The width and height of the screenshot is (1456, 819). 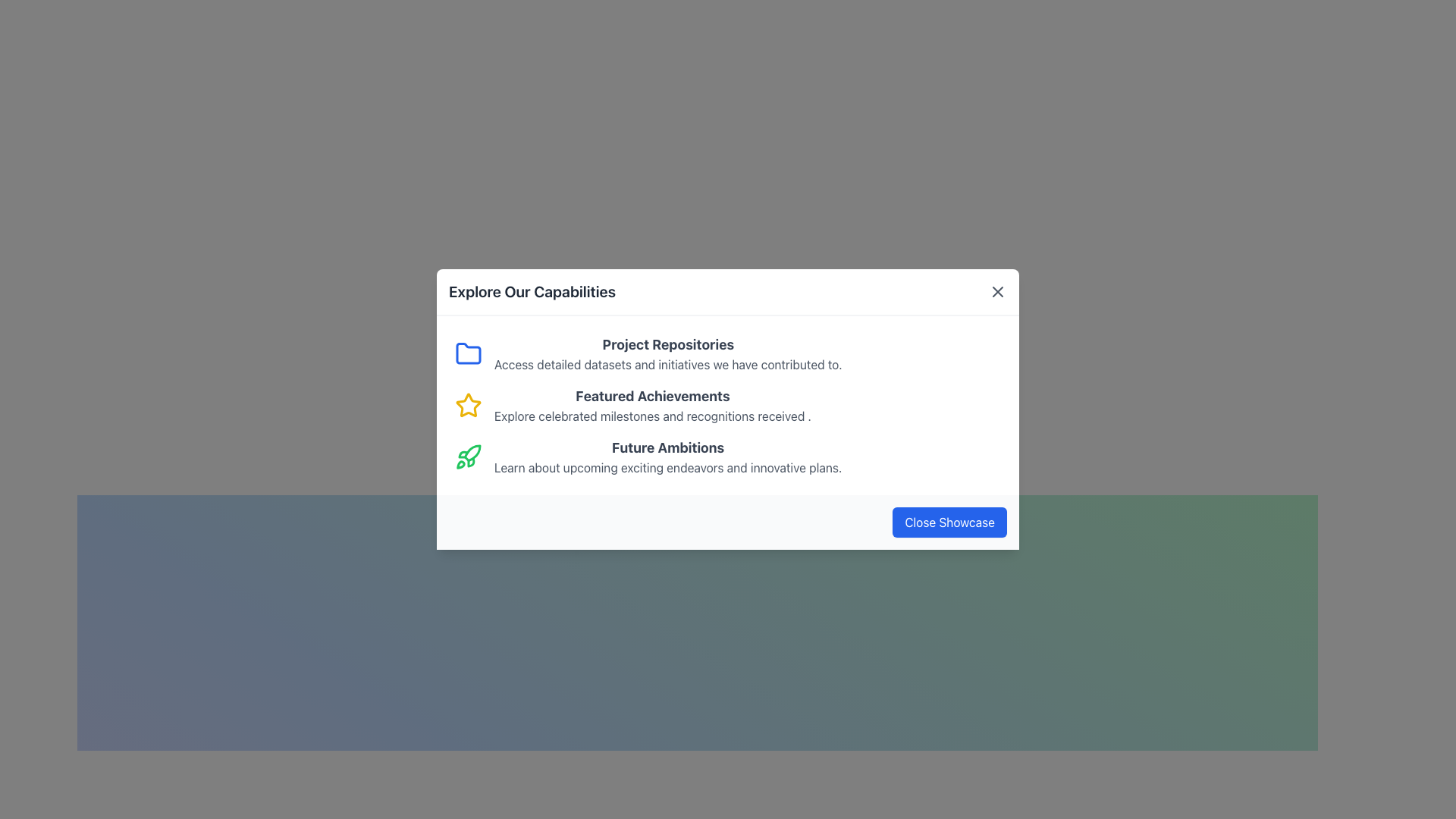 I want to click on the rectangular button with rounded corners styled with a blue background and white text that reads 'Close Showcase' to observe a color change, so click(x=949, y=522).